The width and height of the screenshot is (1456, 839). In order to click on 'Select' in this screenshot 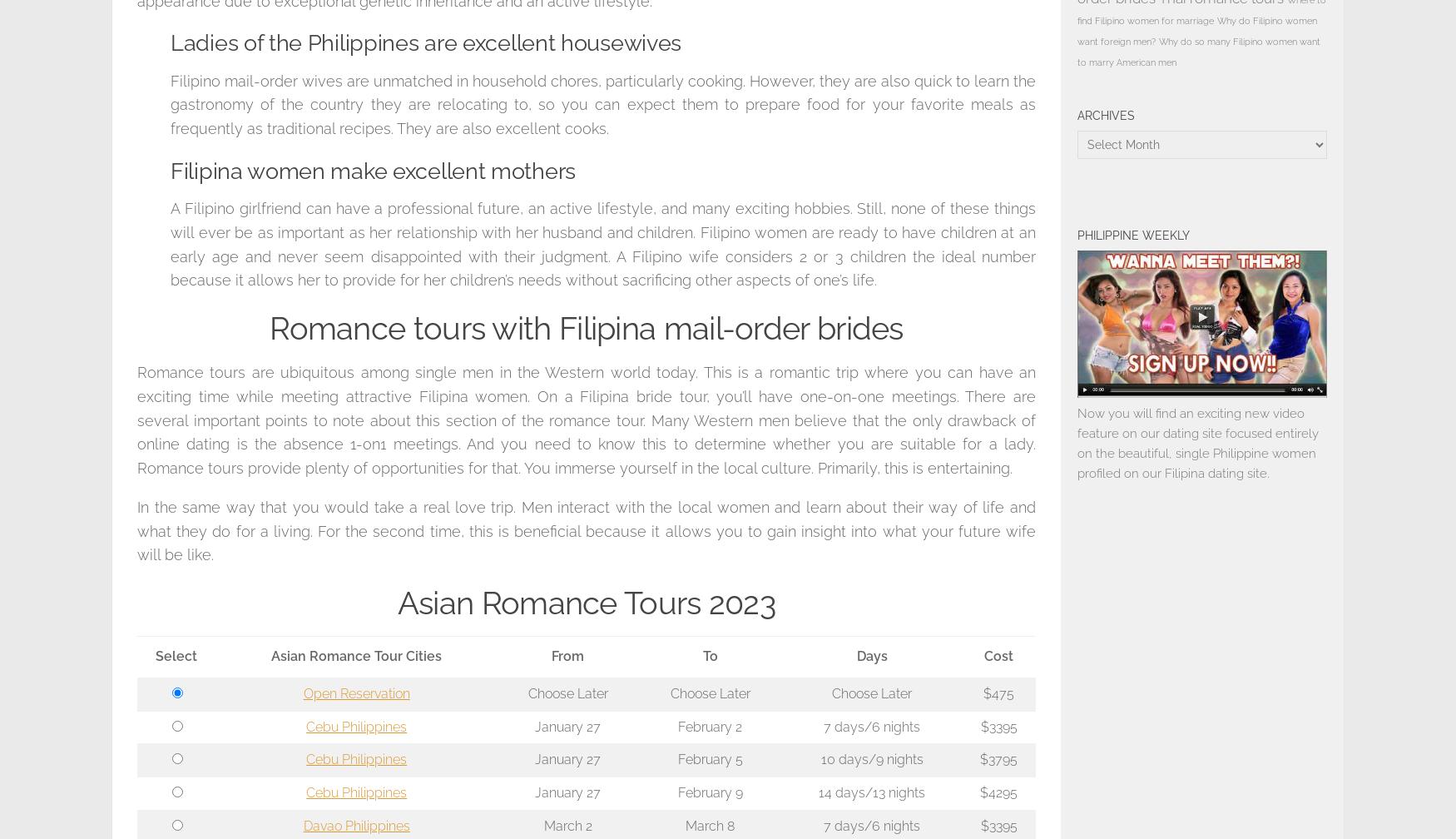, I will do `click(176, 656)`.